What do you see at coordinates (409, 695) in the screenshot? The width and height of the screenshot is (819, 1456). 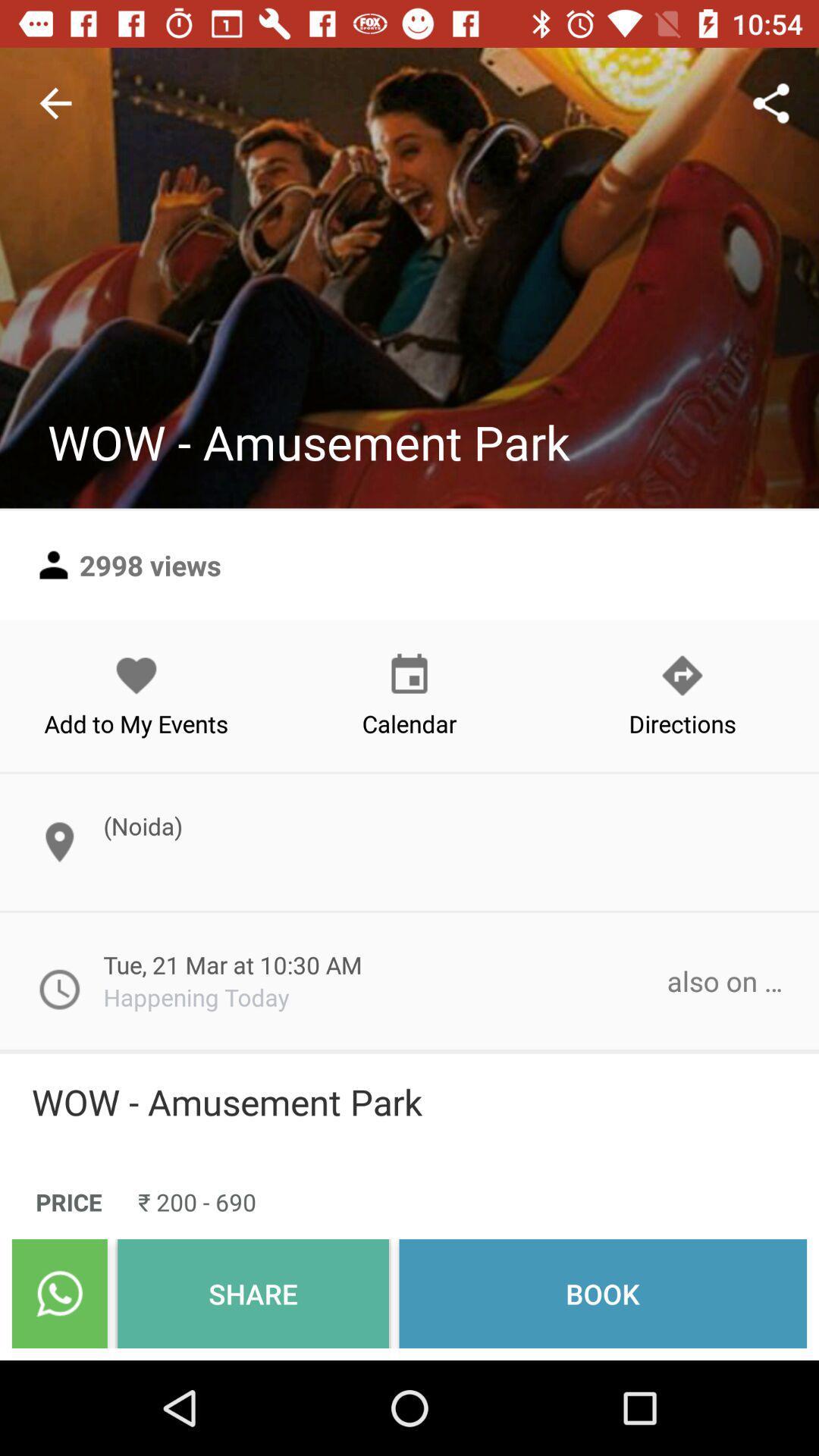 I see `the icon to the left of directions icon` at bounding box center [409, 695].